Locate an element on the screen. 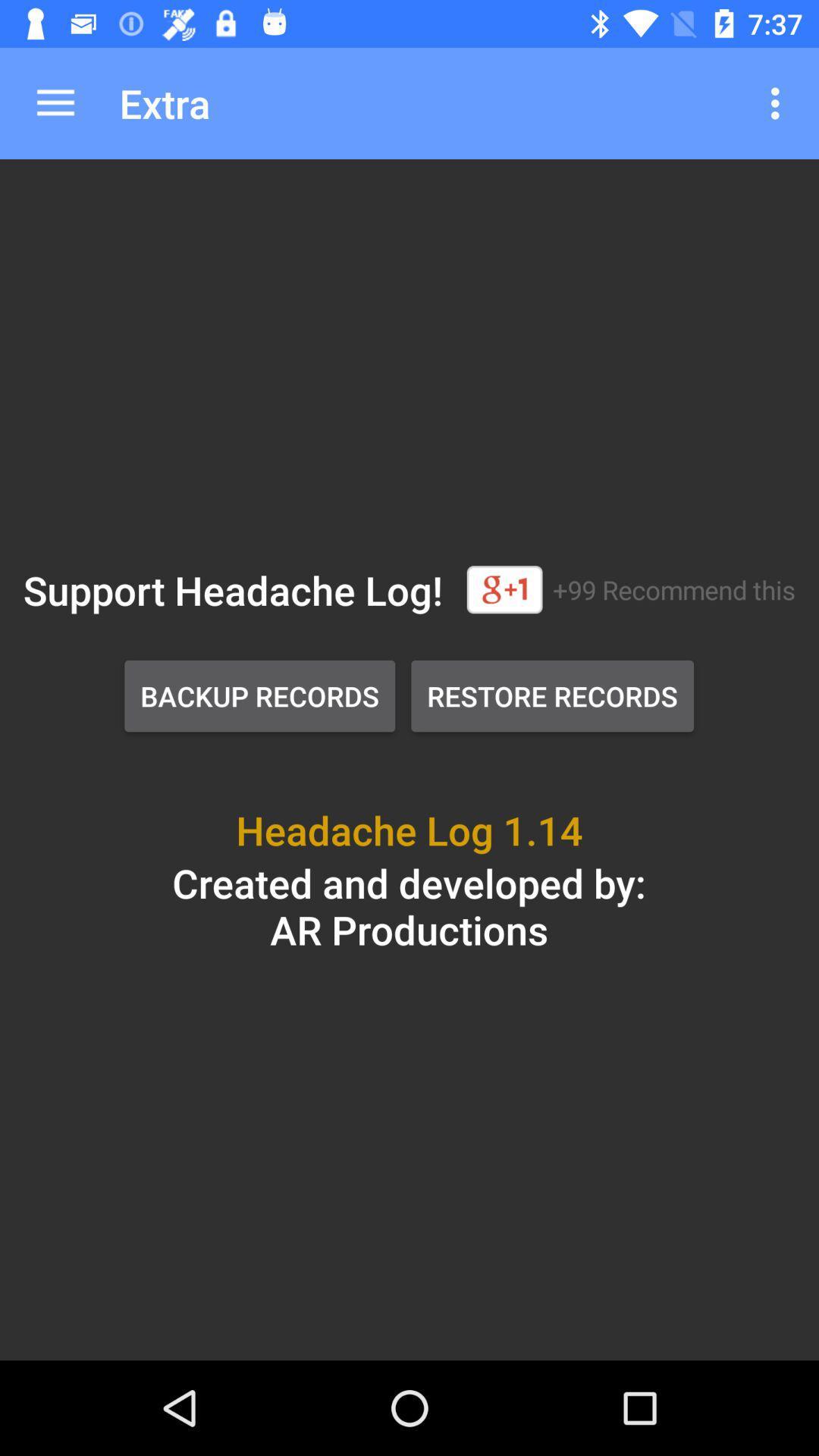  icon next to backup records is located at coordinates (552, 695).